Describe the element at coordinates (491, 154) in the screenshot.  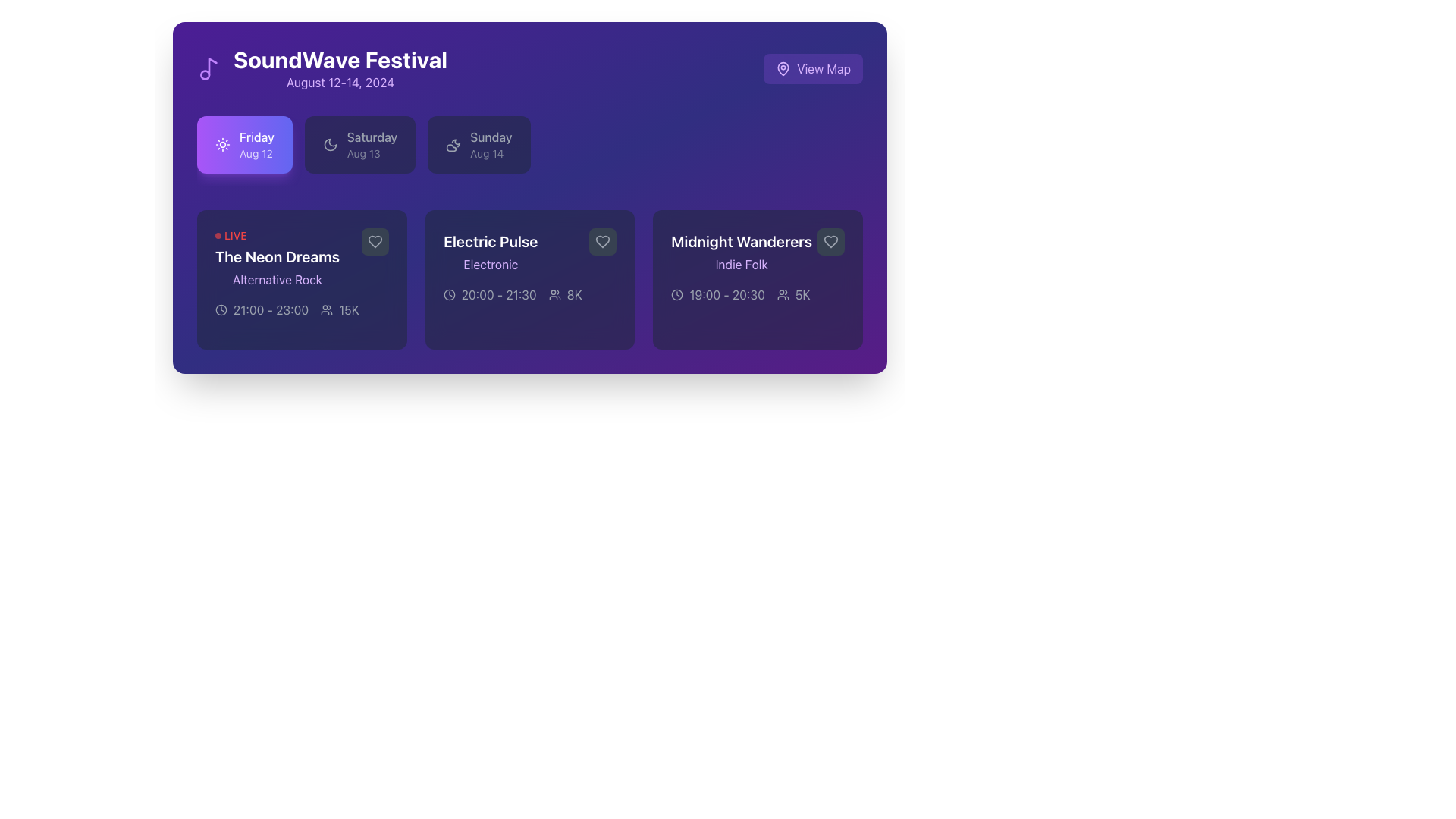
I see `date information from the text label located below the 'Sunday' text in the Sunday date selection card` at that location.